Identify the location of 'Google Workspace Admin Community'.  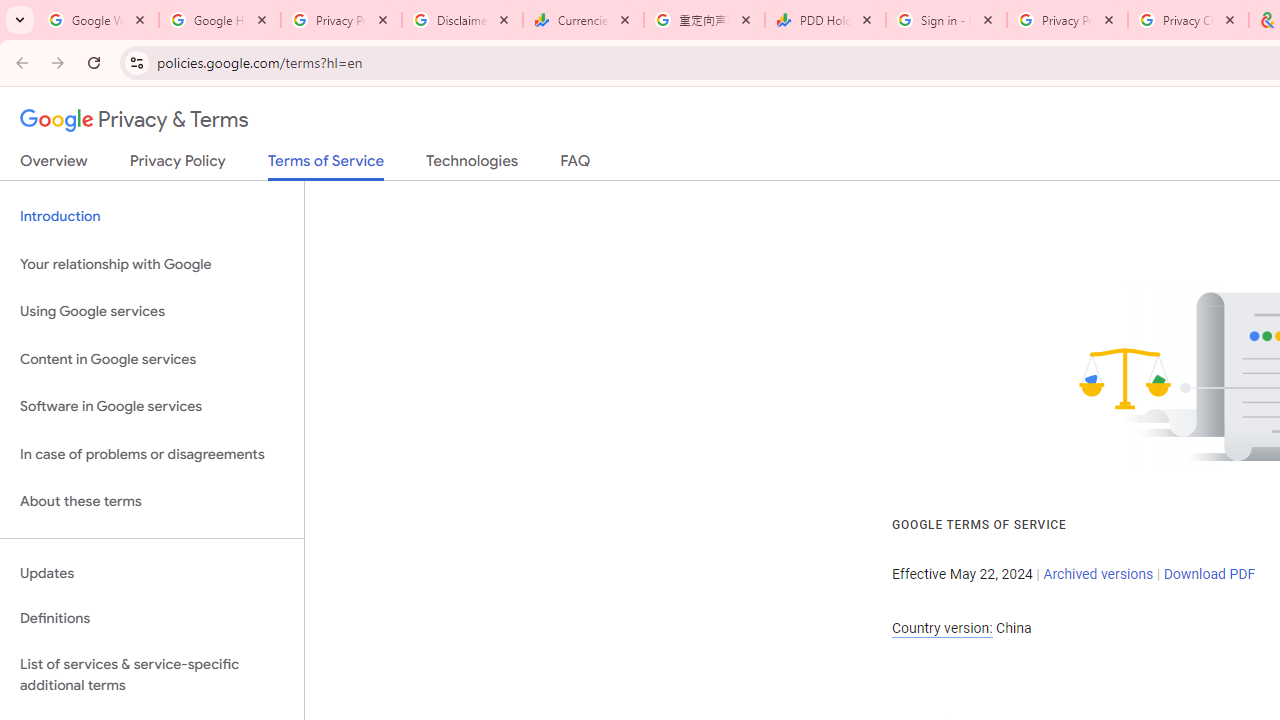
(96, 20).